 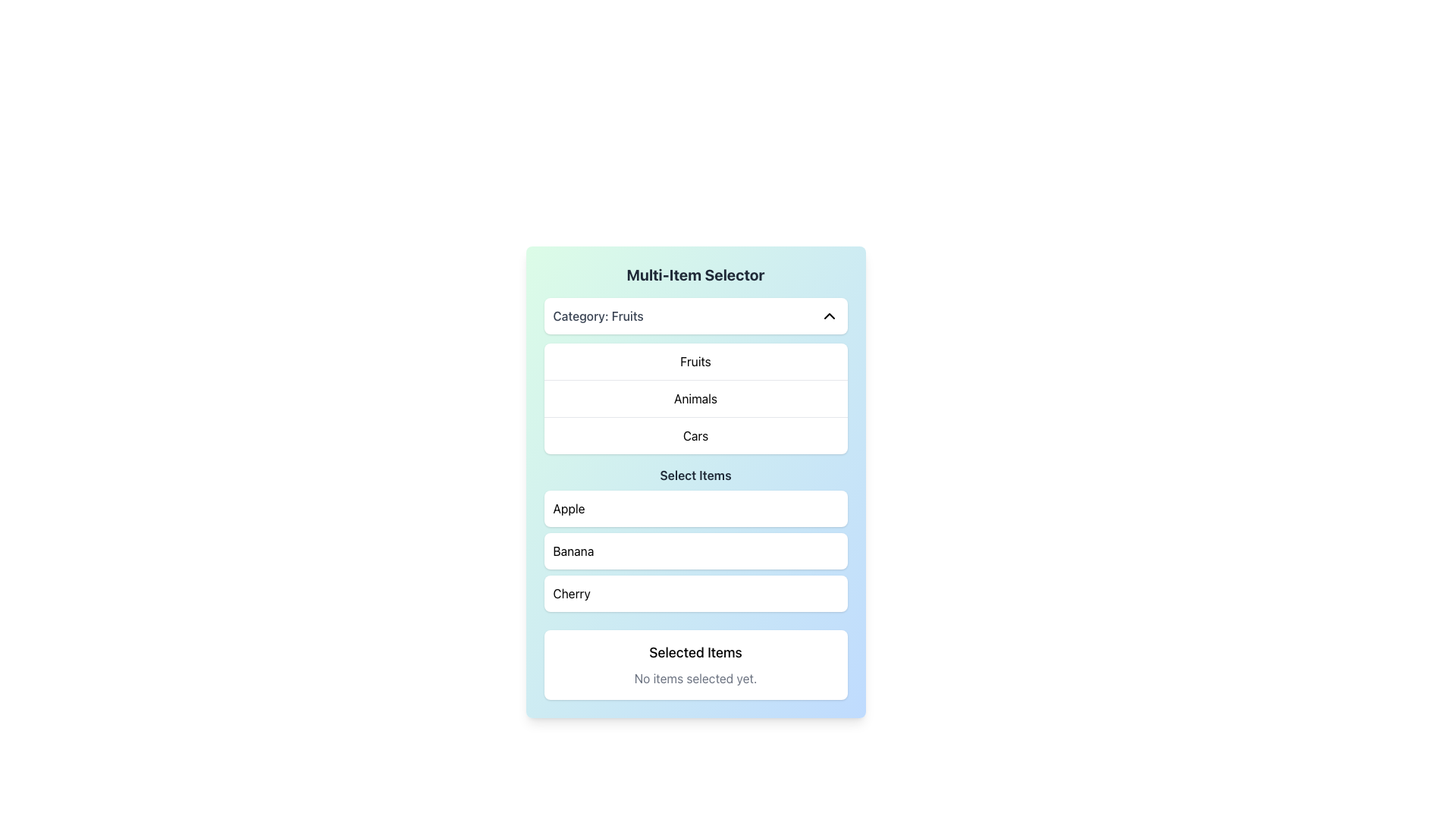 What do you see at coordinates (695, 435) in the screenshot?
I see `the third item in the category selection menu, labeled 'Cars'` at bounding box center [695, 435].